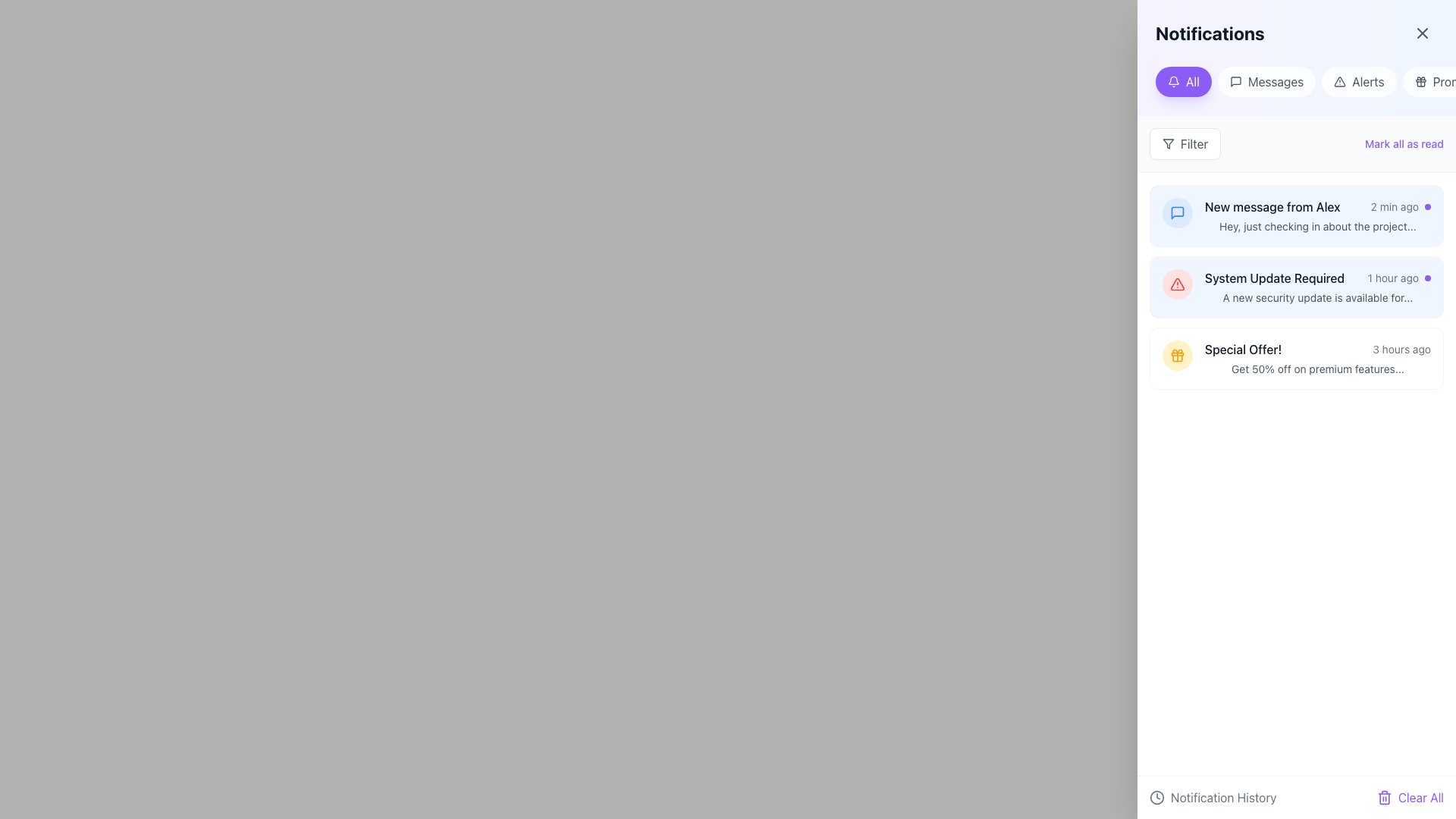 This screenshot has height=819, width=1456. What do you see at coordinates (1420, 82) in the screenshot?
I see `the 'Promotions' icon located at the top-right corner of the 'Notifications' panel, which visually represents promotional offers and is positioned before the 'Promotions' label` at bounding box center [1420, 82].